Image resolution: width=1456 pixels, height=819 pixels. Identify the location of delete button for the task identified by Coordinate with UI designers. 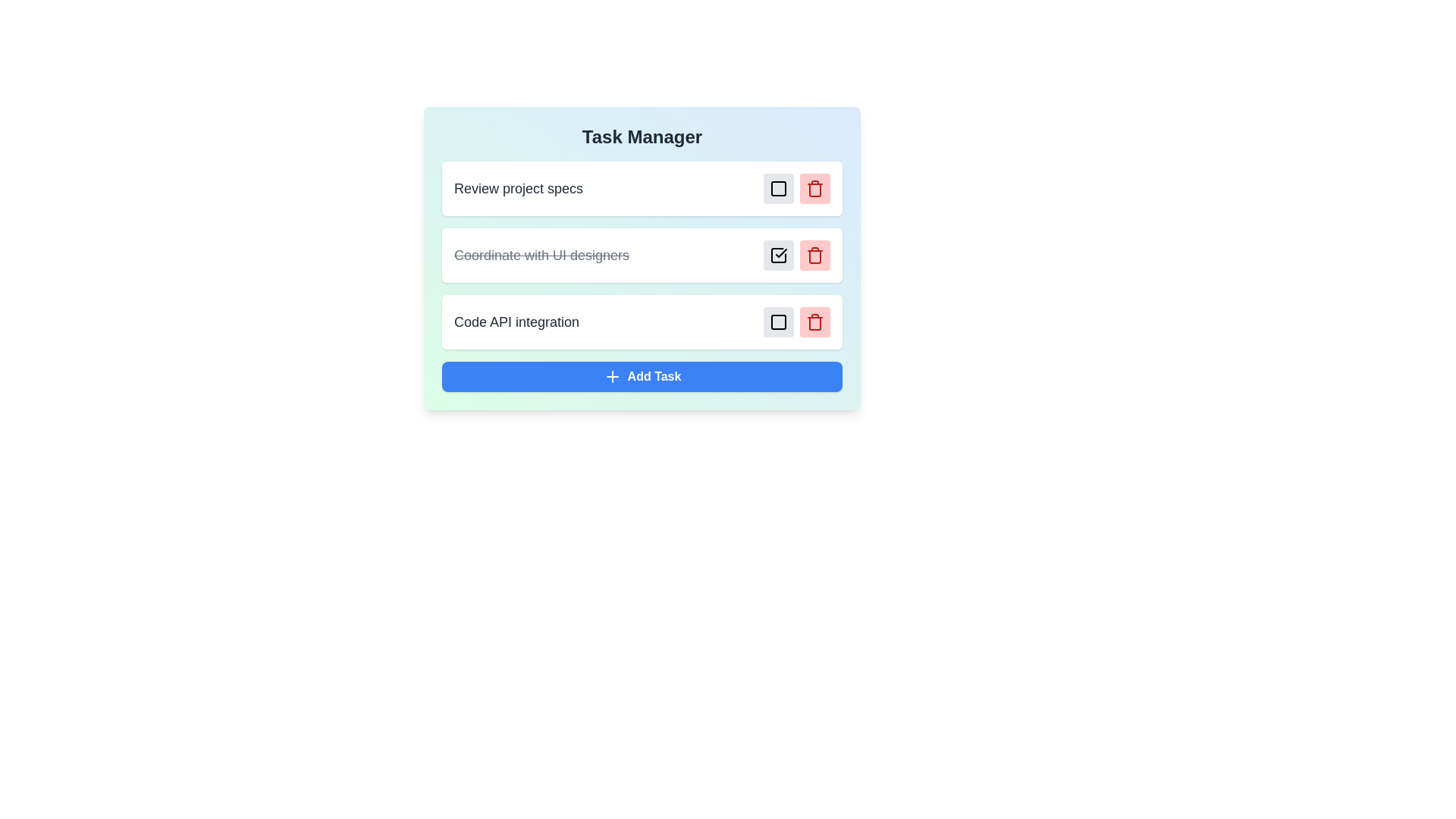
(814, 254).